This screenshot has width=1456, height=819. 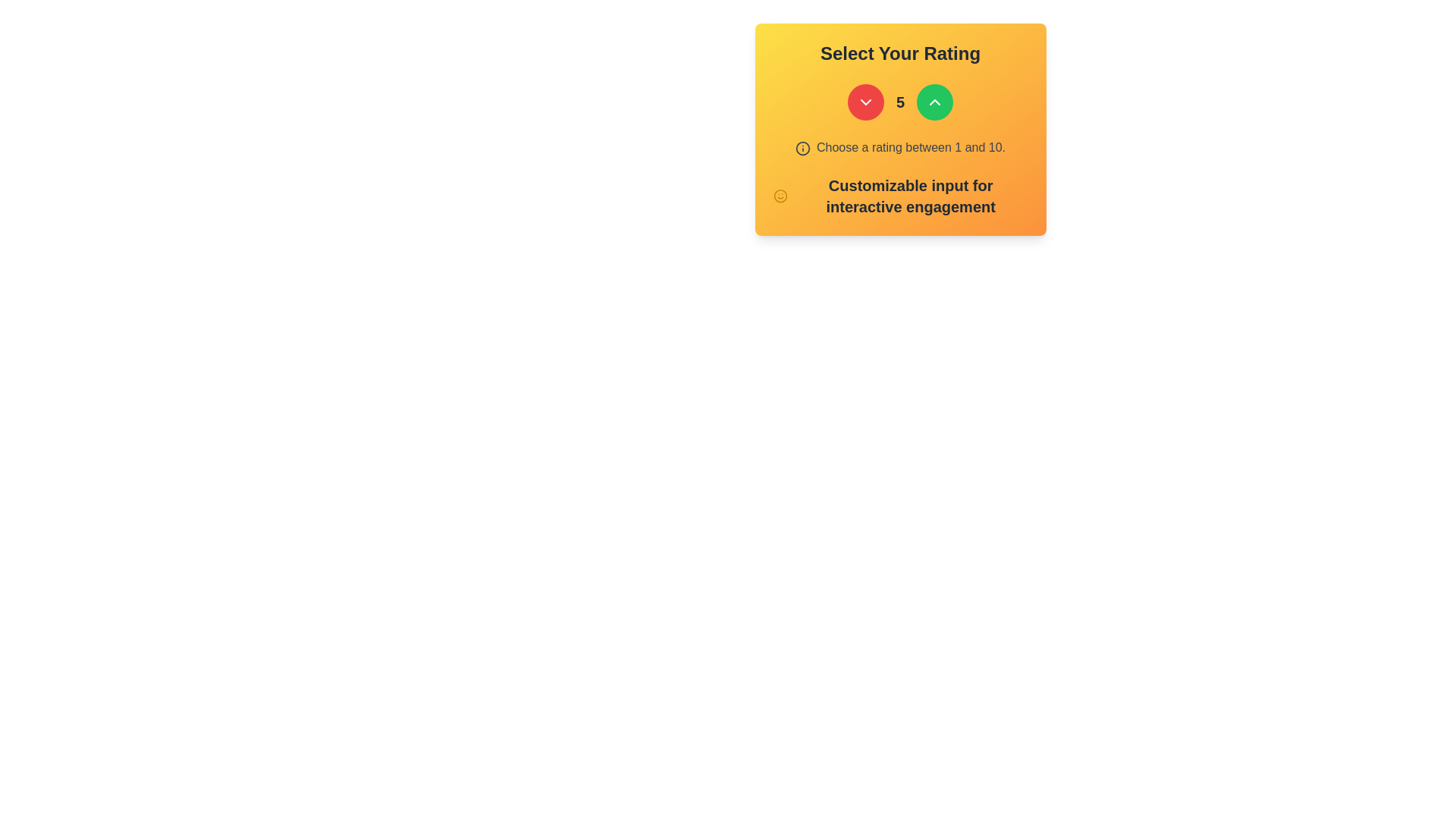 I want to click on the text label displaying 'Customizable input for interactive engagement', which is centrally aligned within a colorful card interface beneath the rating prompt, so click(x=900, y=195).